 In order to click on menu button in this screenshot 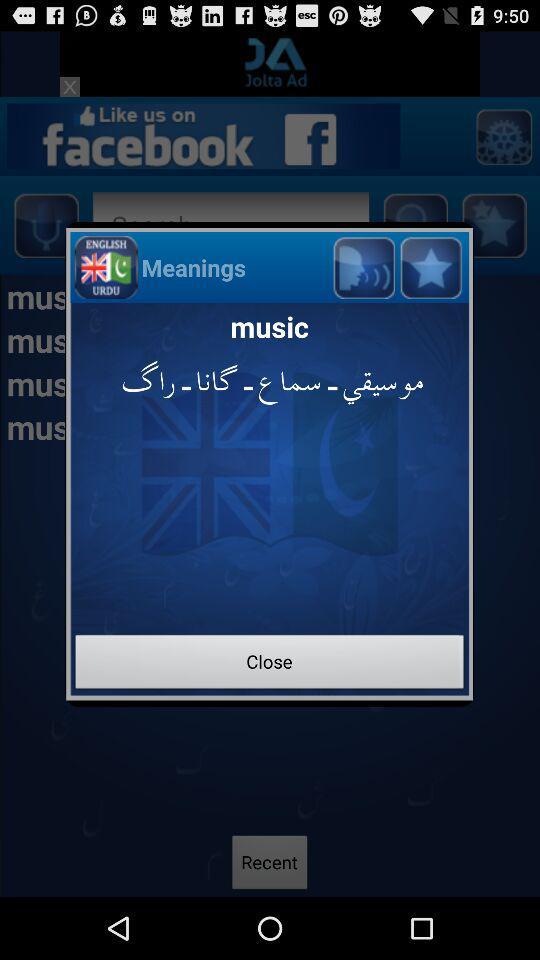, I will do `click(429, 266)`.